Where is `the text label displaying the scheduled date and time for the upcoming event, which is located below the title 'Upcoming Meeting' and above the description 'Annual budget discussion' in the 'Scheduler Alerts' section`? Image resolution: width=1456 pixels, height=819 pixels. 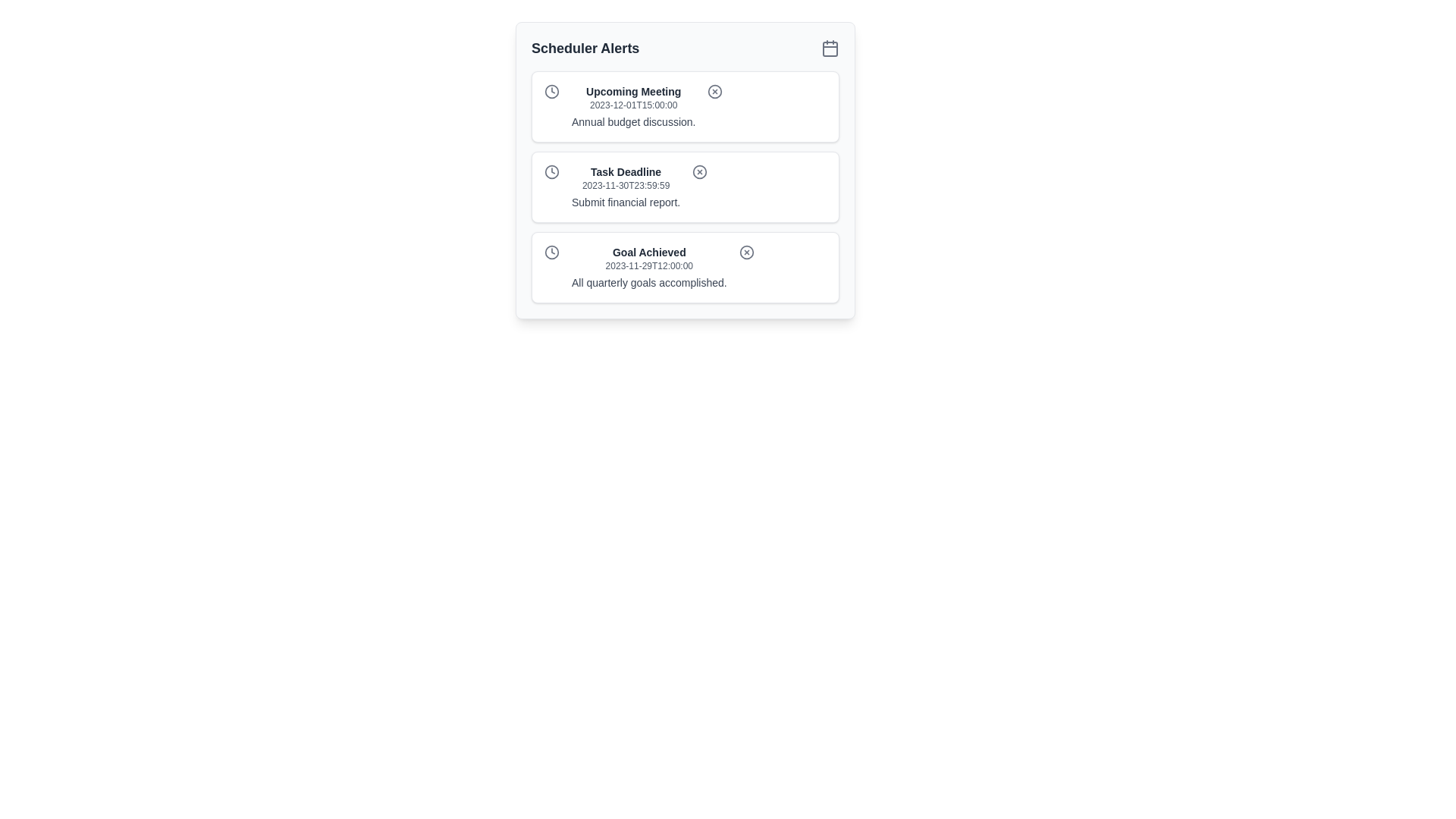
the text label displaying the scheduled date and time for the upcoming event, which is located below the title 'Upcoming Meeting' and above the description 'Annual budget discussion' in the 'Scheduler Alerts' section is located at coordinates (633, 104).